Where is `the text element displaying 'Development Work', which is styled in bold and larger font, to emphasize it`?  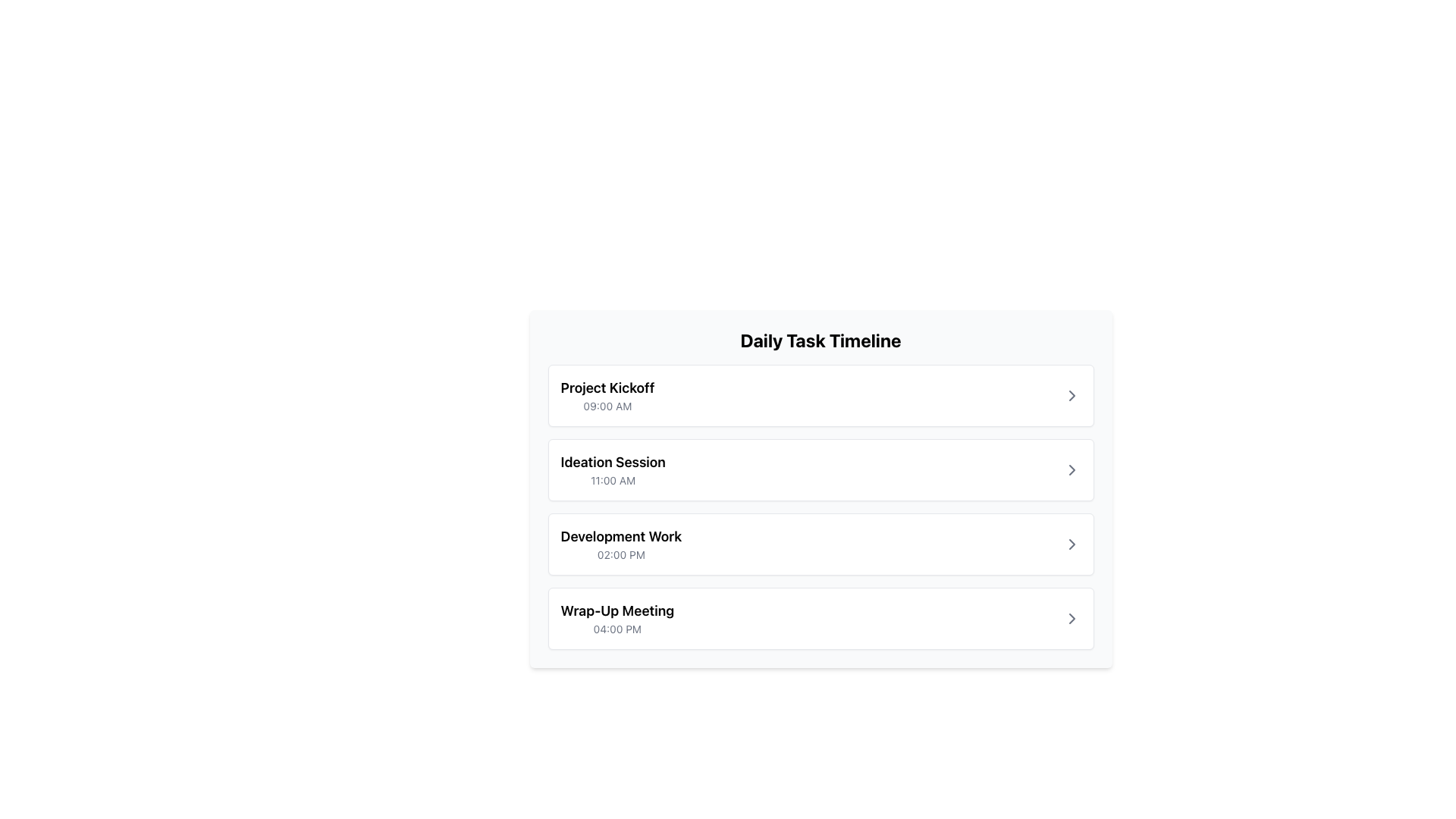
the text element displaying 'Development Work', which is styled in bold and larger font, to emphasize it is located at coordinates (621, 536).